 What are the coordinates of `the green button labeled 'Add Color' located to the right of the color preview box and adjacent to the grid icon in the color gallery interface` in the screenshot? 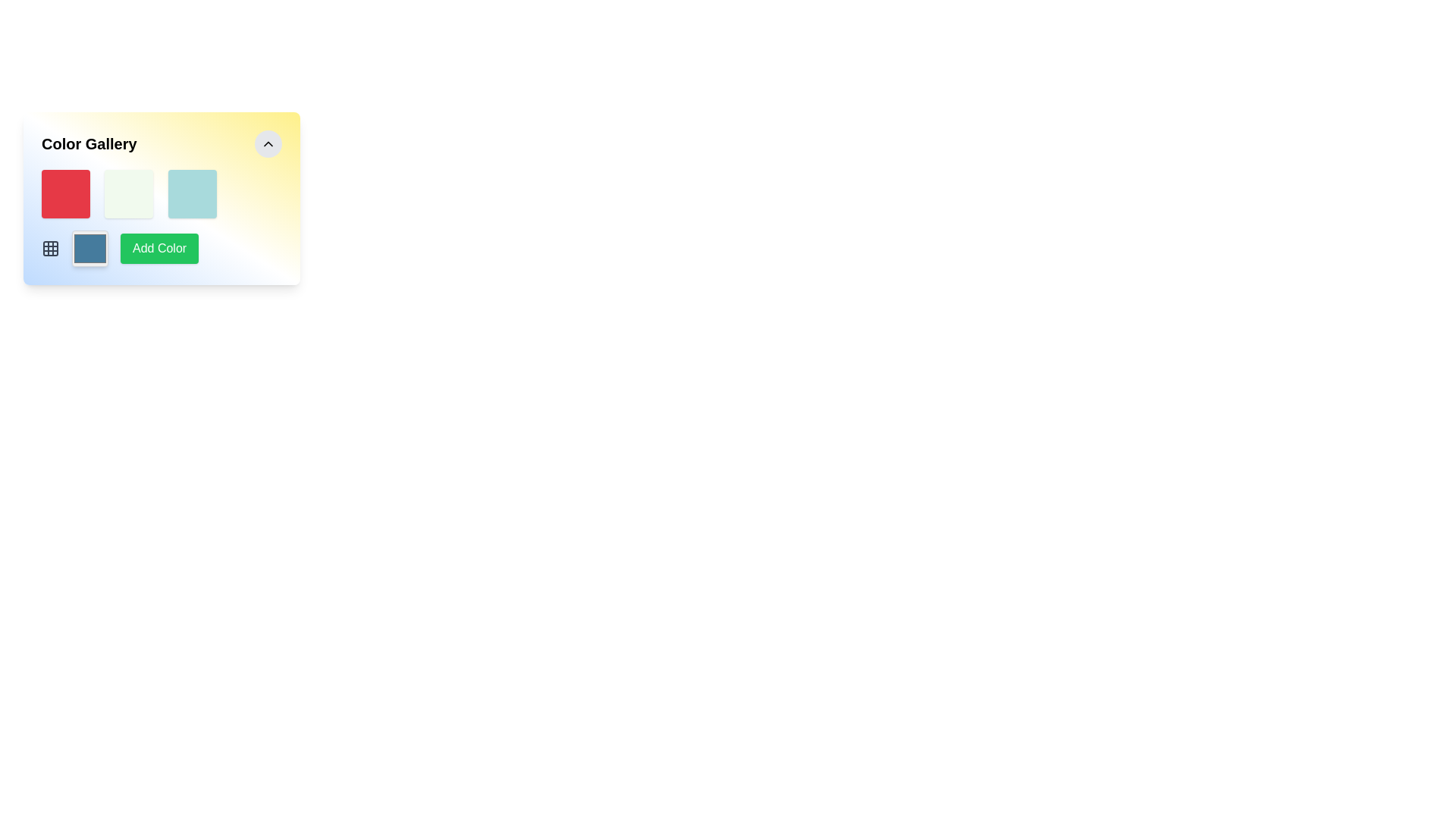 It's located at (162, 247).